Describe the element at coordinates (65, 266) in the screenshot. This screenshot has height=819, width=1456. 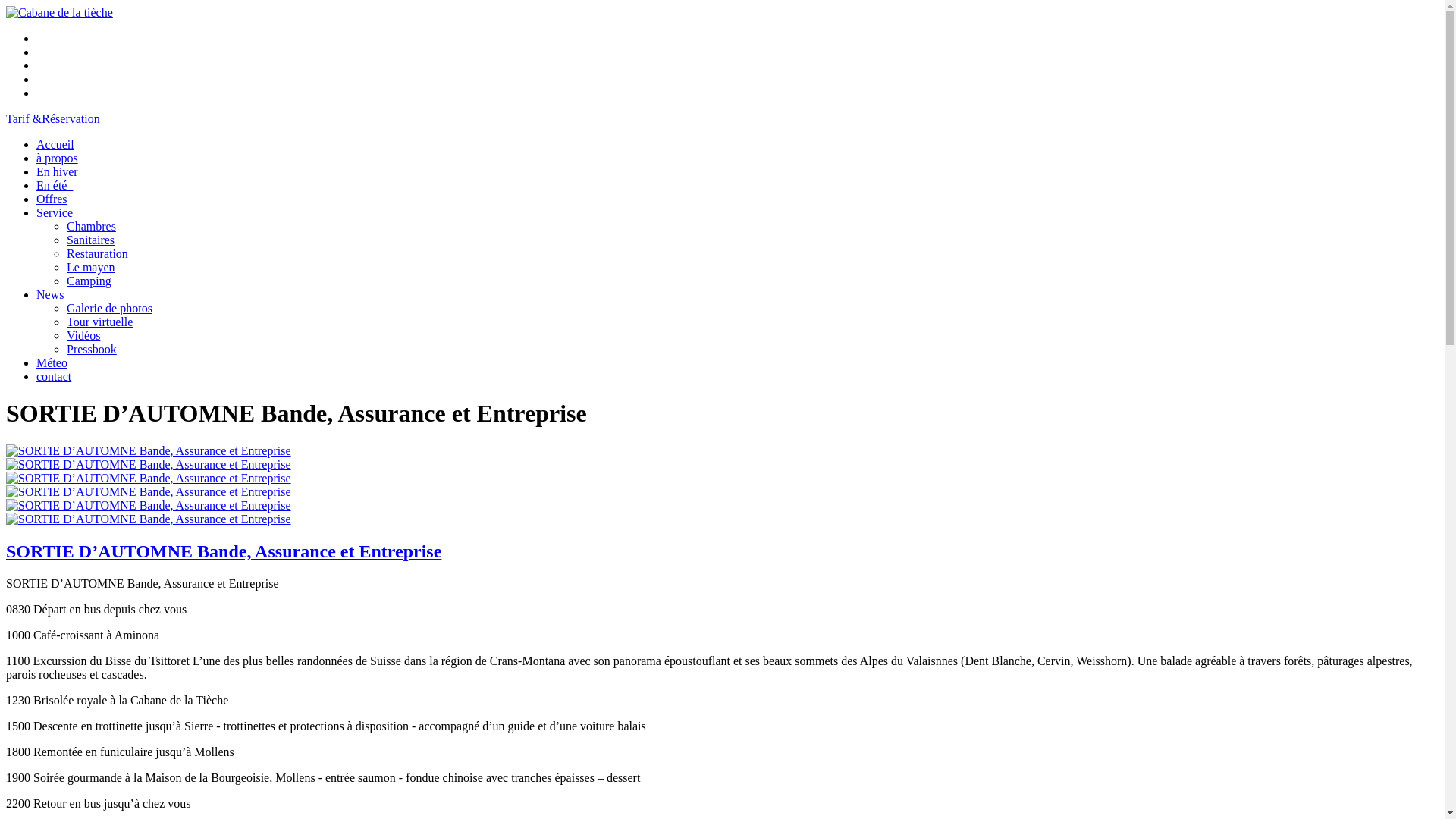
I see `'Le mayen'` at that location.